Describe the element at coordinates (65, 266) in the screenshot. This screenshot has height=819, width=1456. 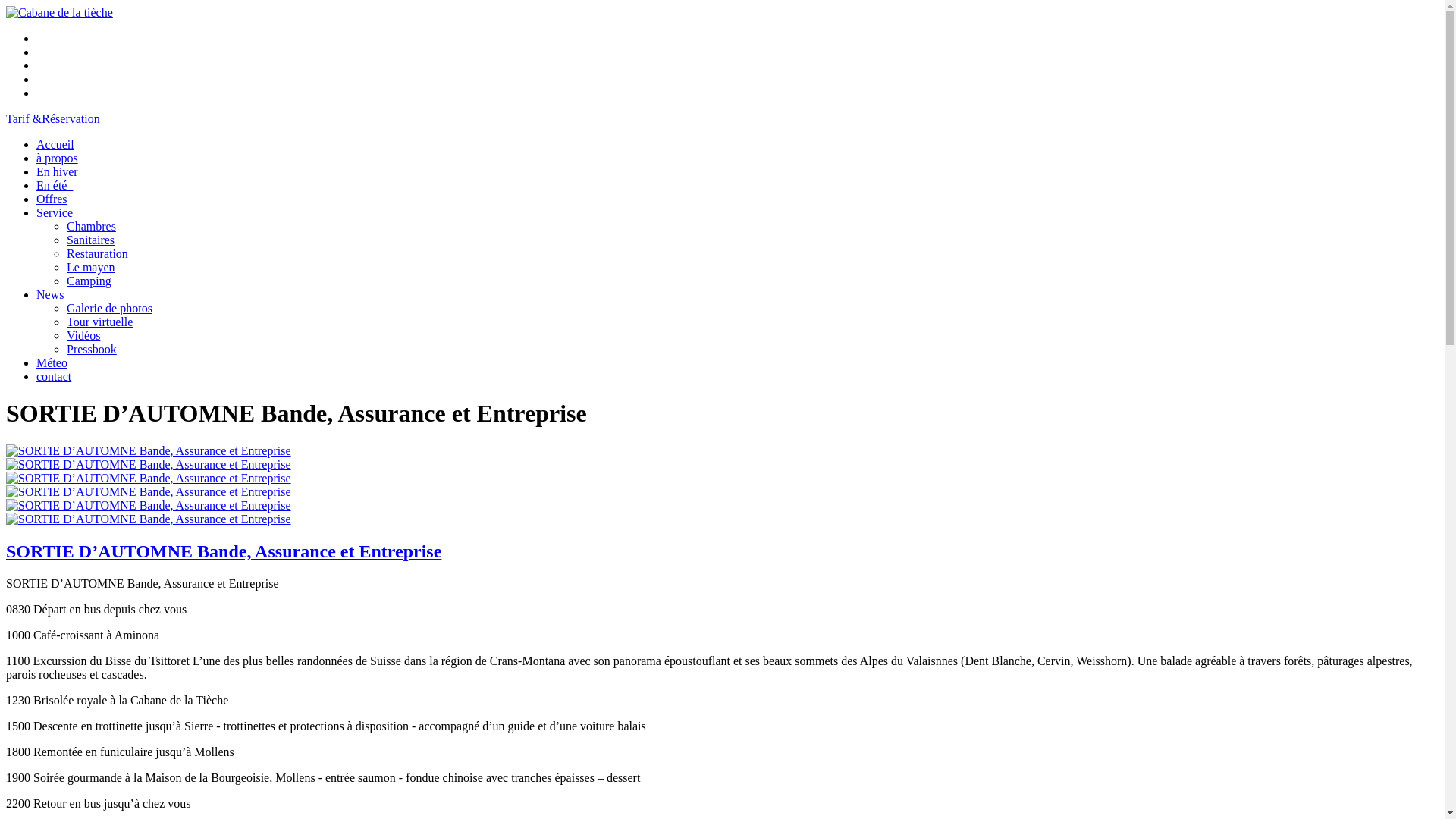
I see `'Le mayen'` at that location.